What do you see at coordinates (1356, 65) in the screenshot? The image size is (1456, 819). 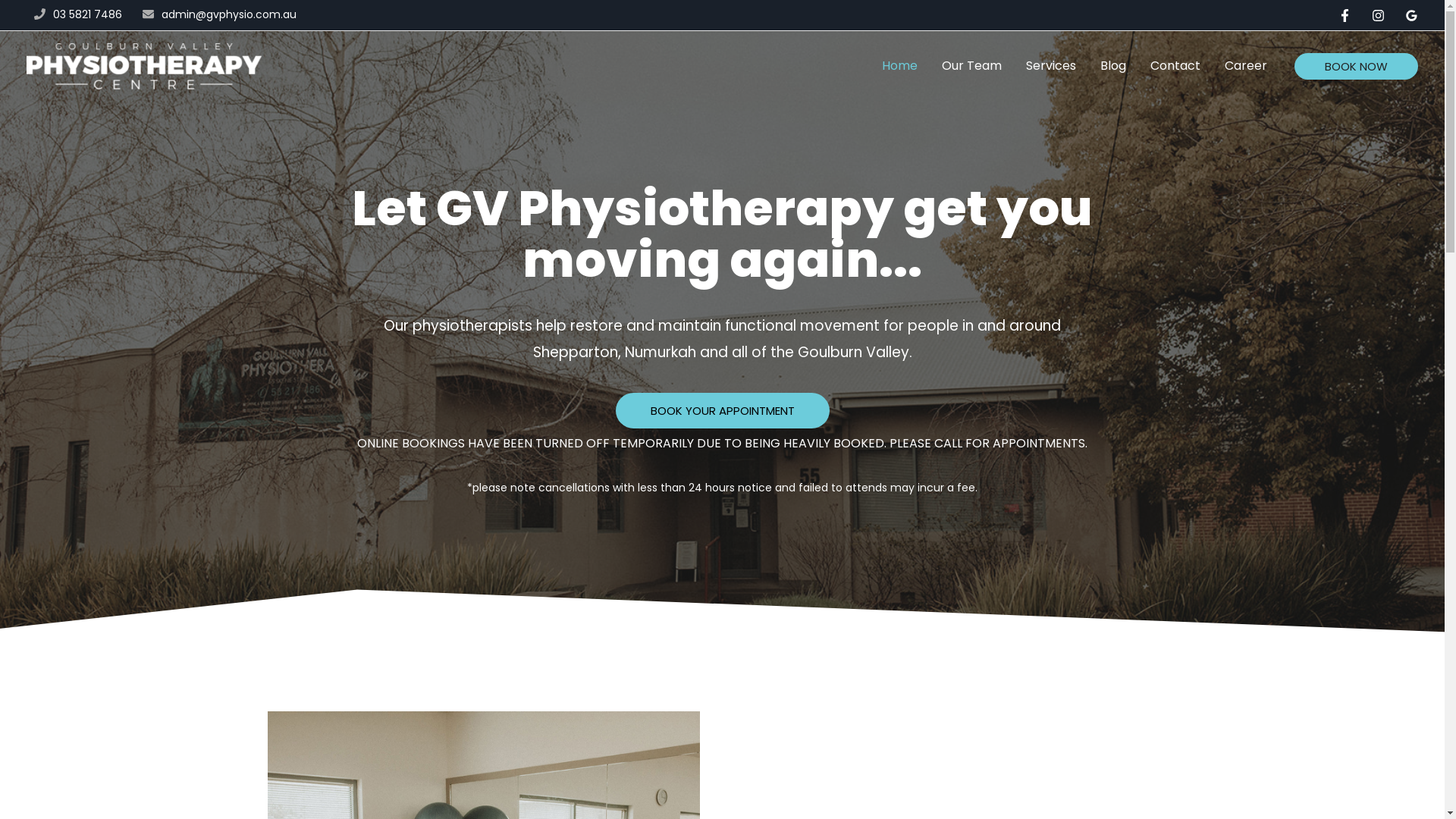 I see `'BOOK NOW'` at bounding box center [1356, 65].